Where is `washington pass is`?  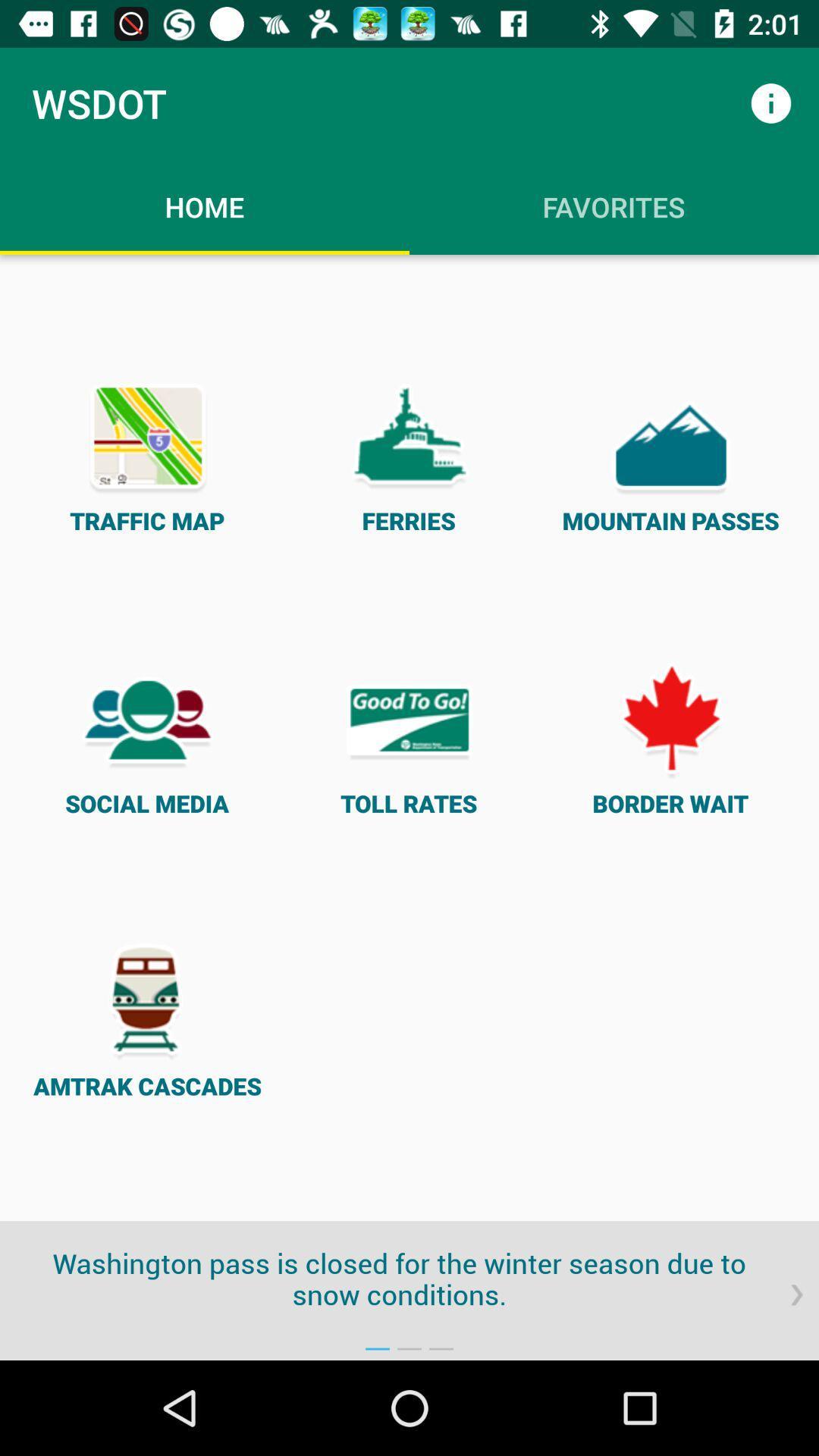
washington pass is is located at coordinates (409, 1279).